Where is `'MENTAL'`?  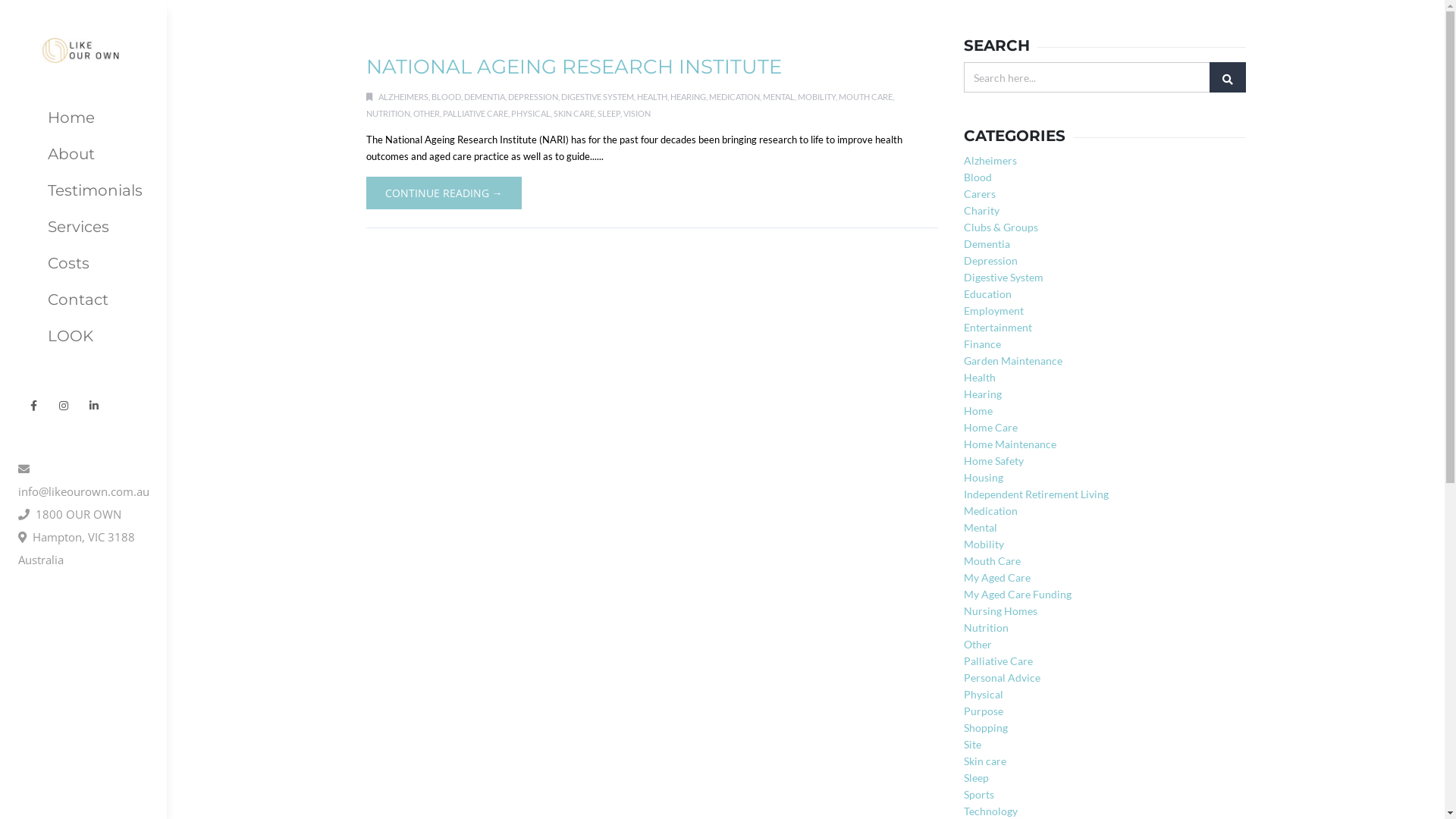
'MENTAL' is located at coordinates (779, 96).